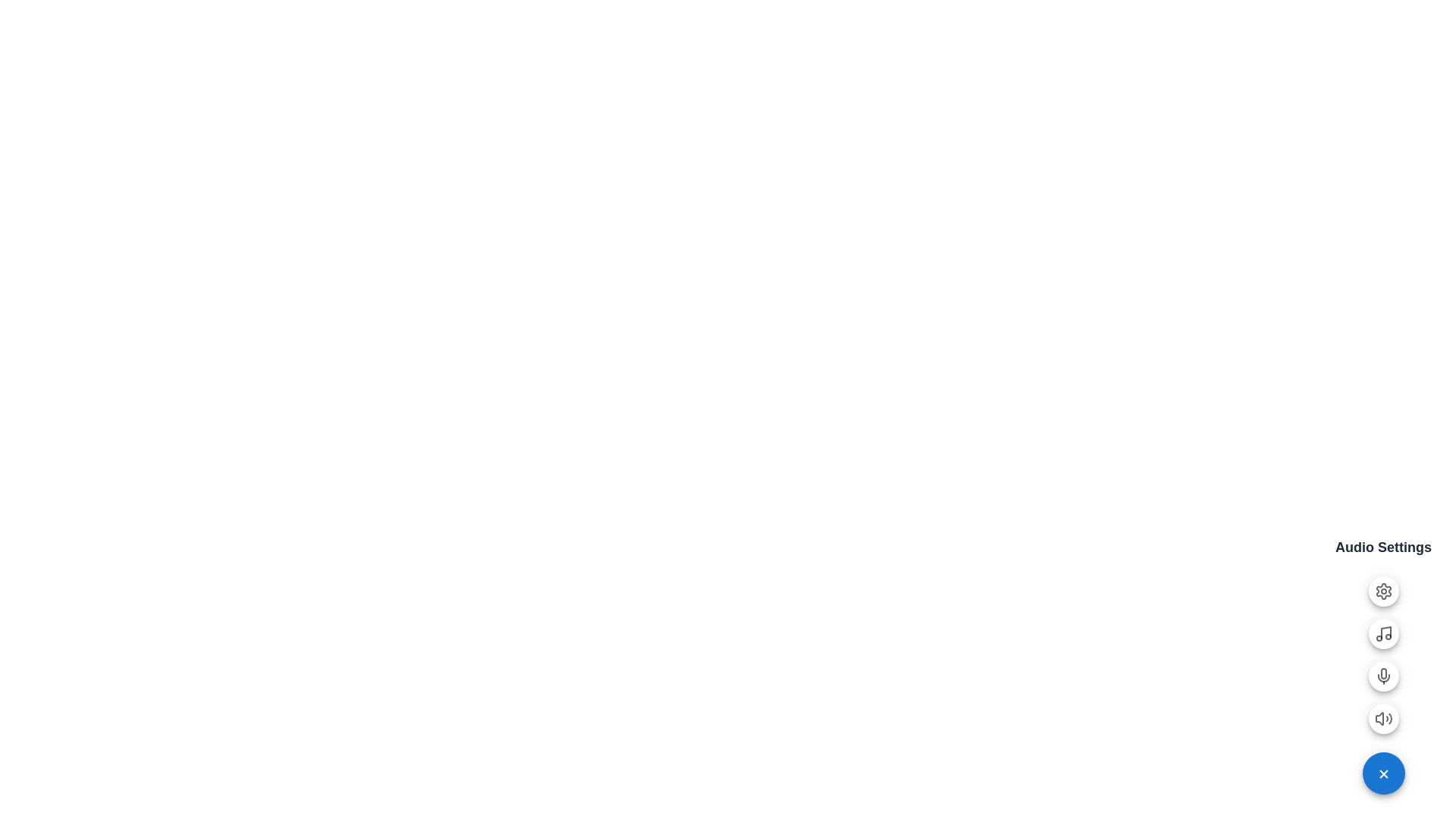 The width and height of the screenshot is (1456, 819). What do you see at coordinates (1383, 675) in the screenshot?
I see `the microphone settings button, which is the third button from the top in a vertical stack located near the right edge of the interface` at bounding box center [1383, 675].